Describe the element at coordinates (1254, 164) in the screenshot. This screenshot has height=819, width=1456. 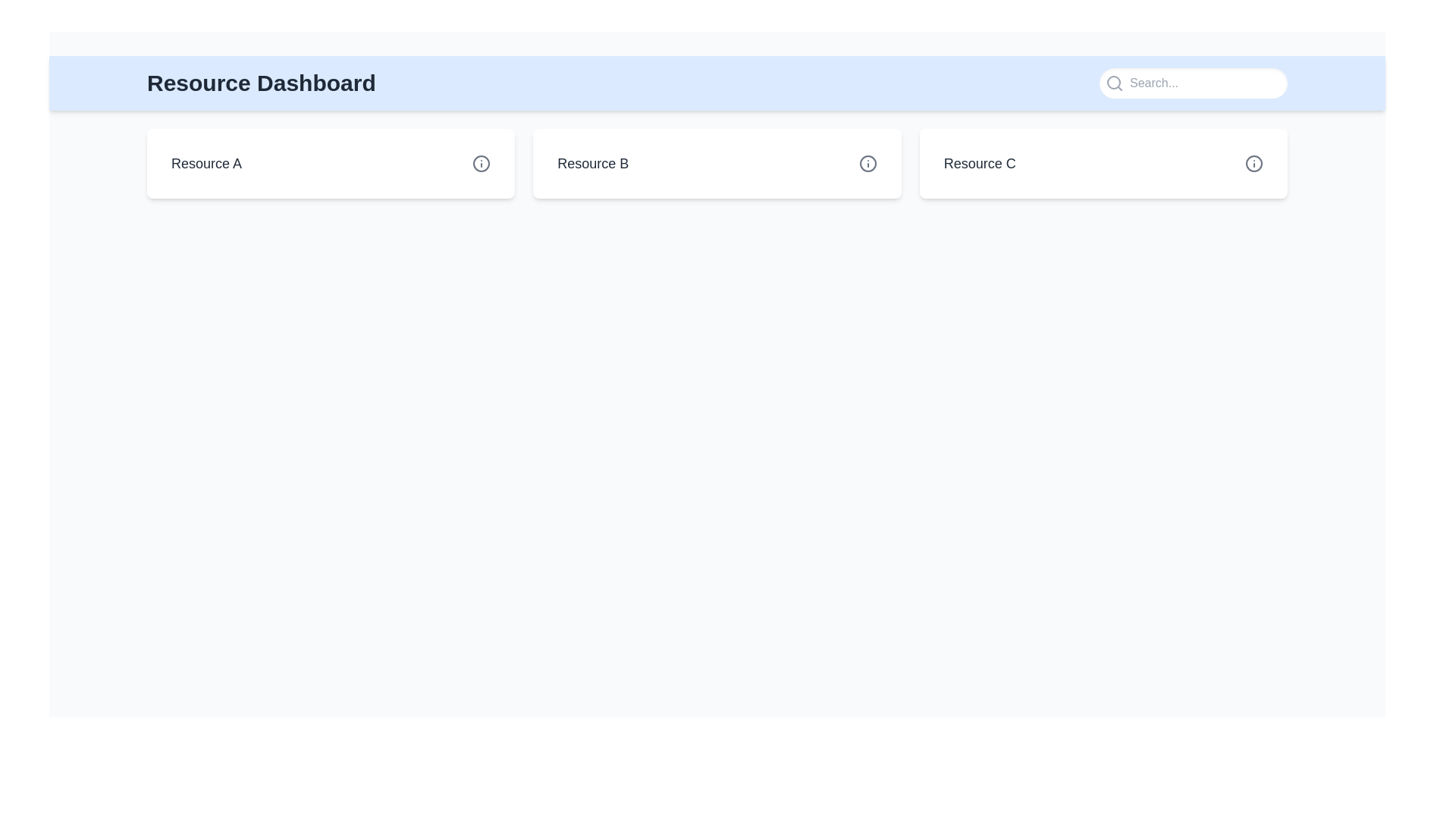
I see `the 'info' icon located to the far right of the 'Resource C' text` at that location.